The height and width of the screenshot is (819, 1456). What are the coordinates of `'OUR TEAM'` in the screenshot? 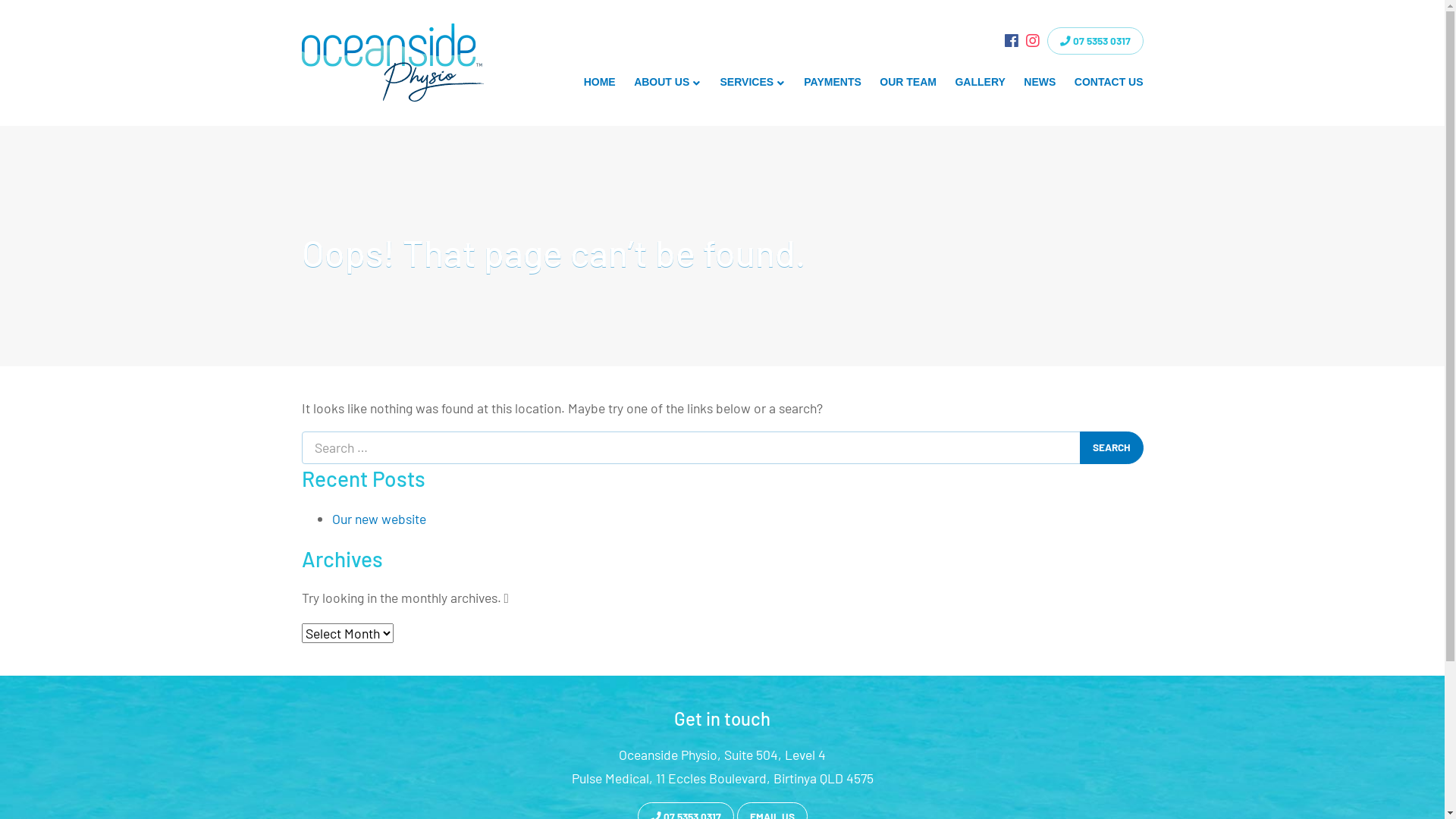 It's located at (908, 82).